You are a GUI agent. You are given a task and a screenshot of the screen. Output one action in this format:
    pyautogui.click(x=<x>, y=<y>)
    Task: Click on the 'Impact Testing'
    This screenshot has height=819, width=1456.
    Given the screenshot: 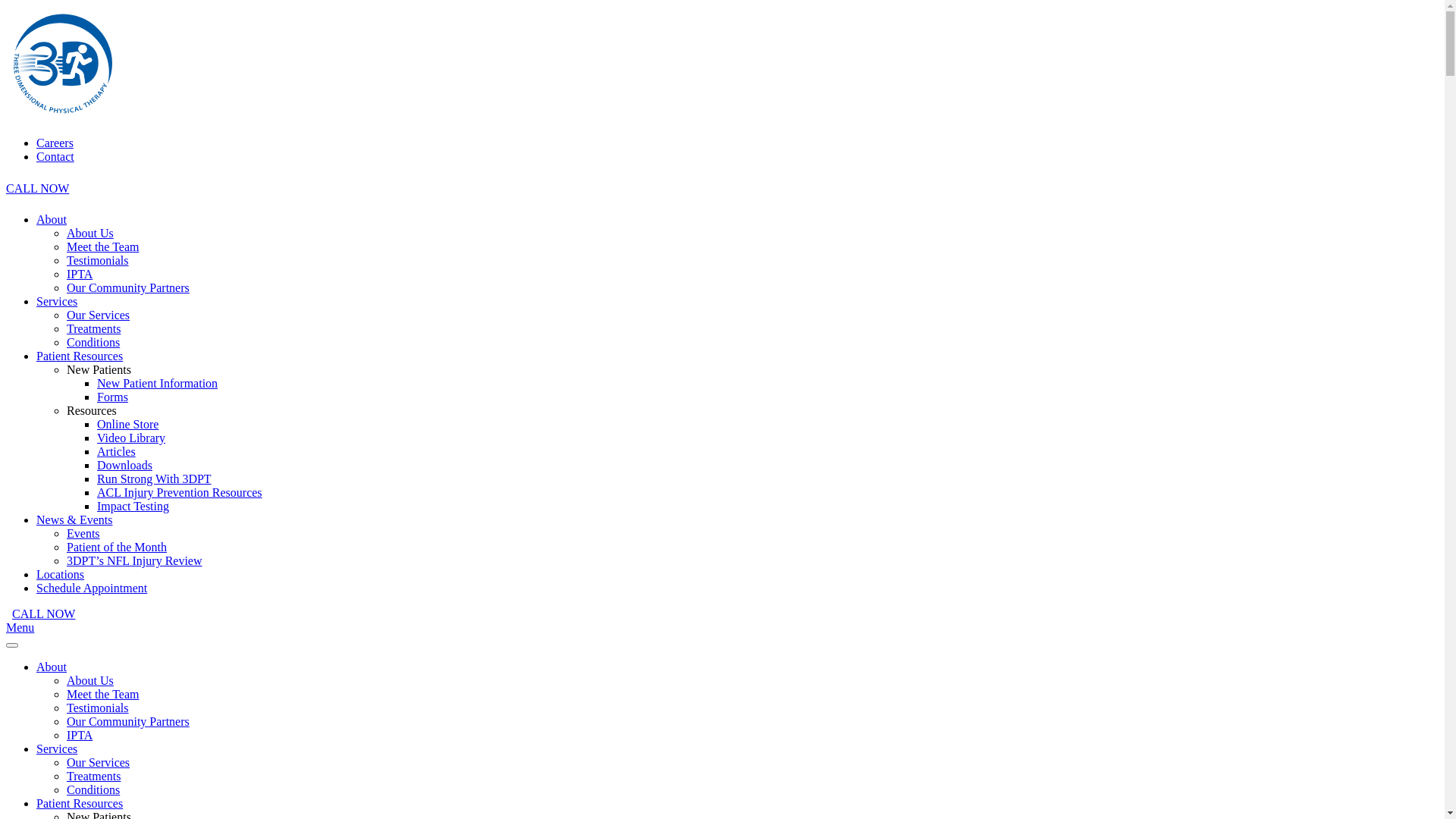 What is the action you would take?
    pyautogui.click(x=133, y=506)
    